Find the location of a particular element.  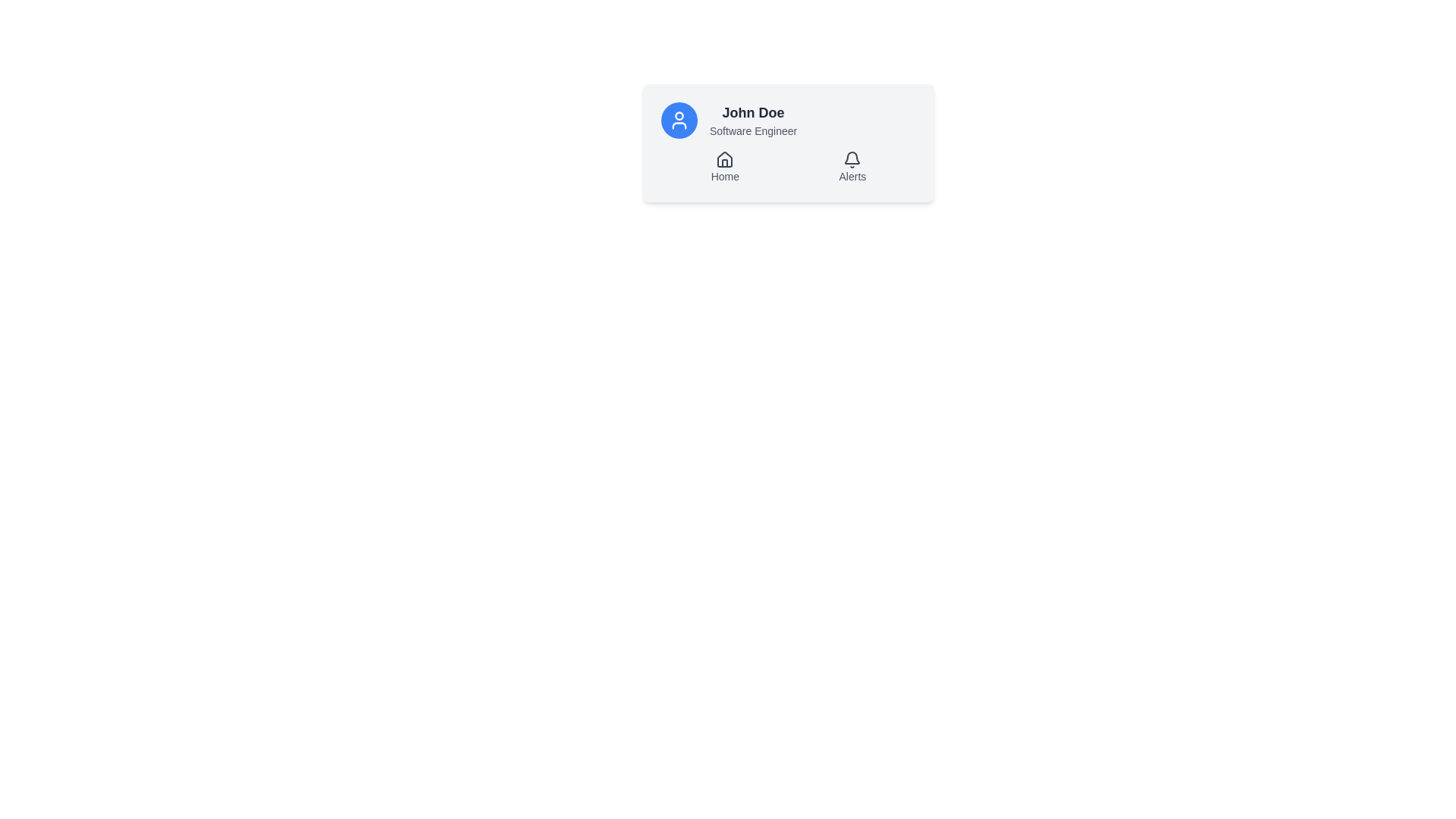

the bell icon in the upper-right corner of the user card is located at coordinates (852, 160).